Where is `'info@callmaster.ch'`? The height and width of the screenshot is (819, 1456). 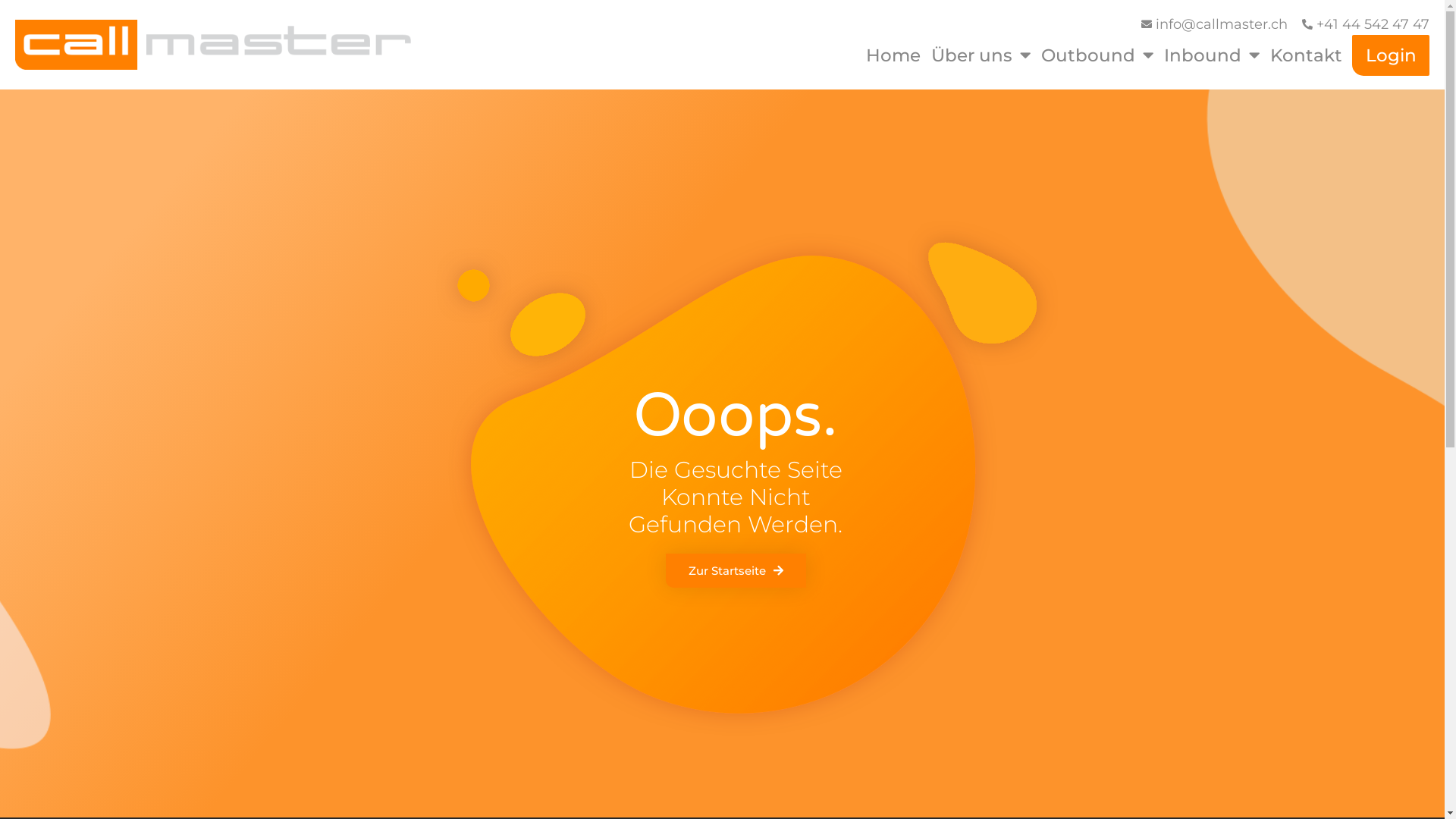 'info@callmaster.ch' is located at coordinates (1212, 24).